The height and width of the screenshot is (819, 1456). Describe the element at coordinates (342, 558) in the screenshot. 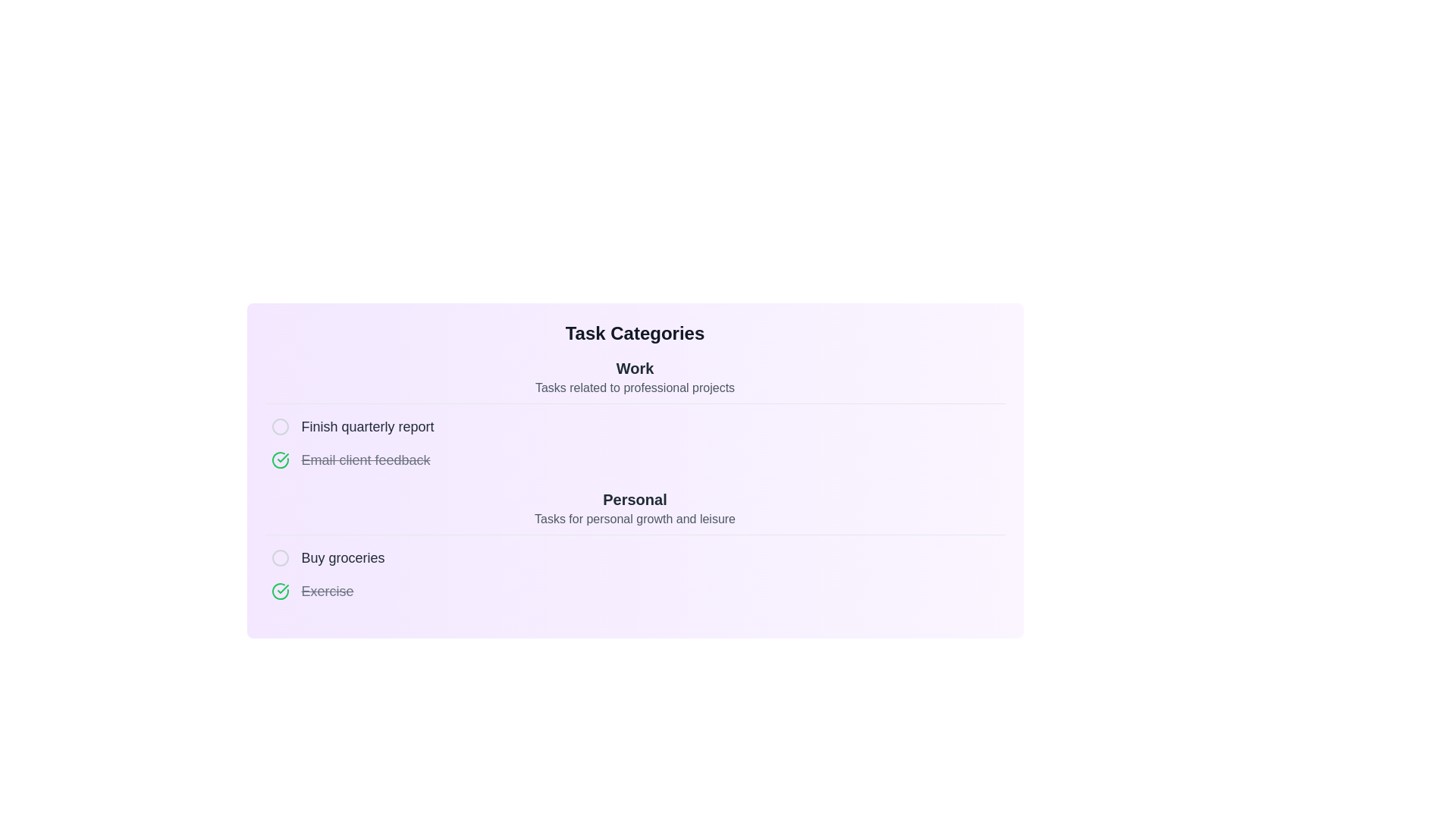

I see `the text label displaying 'Buy groceries' in the 'Personal' section of the to-do list` at that location.